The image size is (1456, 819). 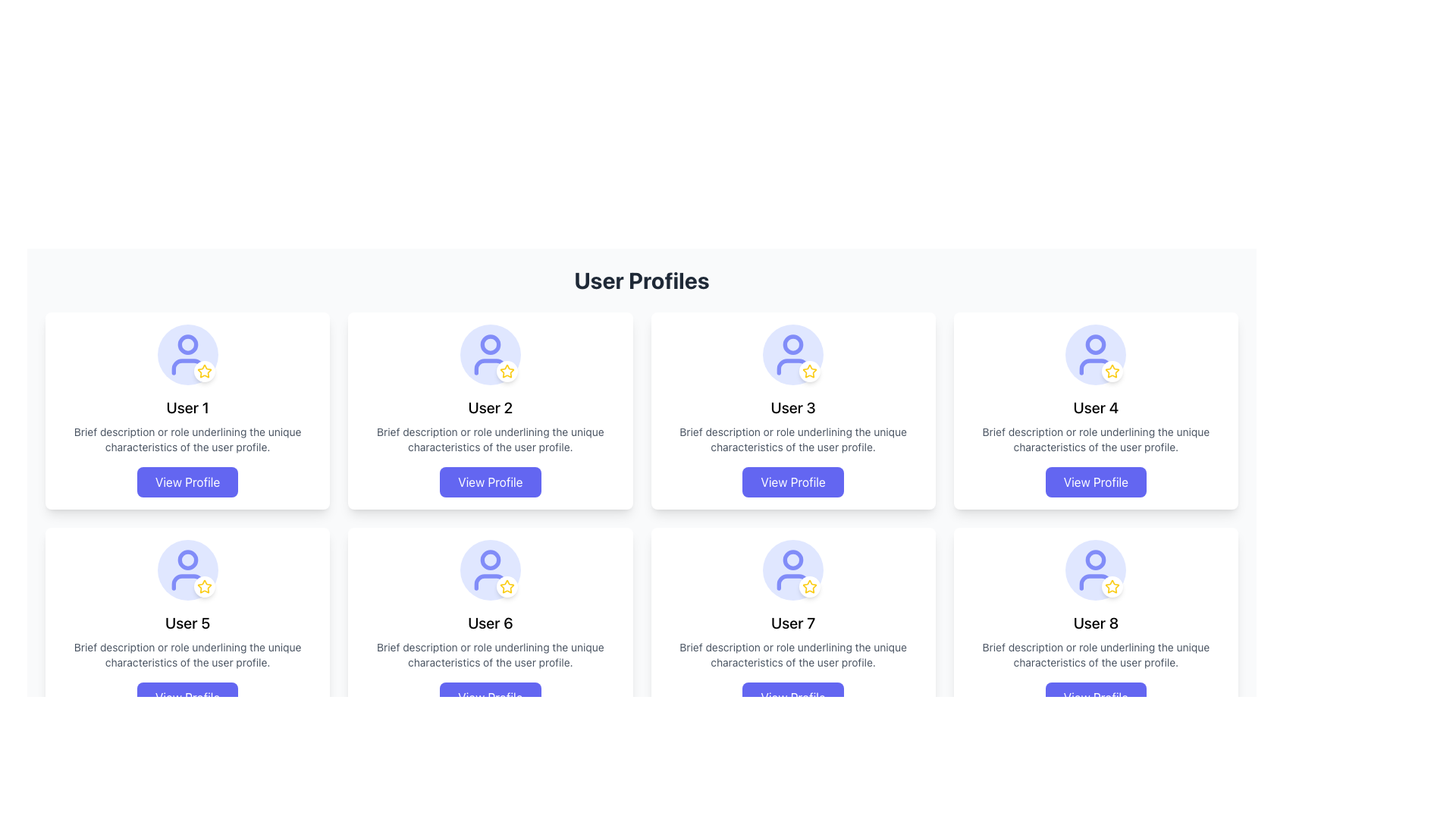 I want to click on text label that contains the description under the user profile 'User 7', so click(x=792, y=654).